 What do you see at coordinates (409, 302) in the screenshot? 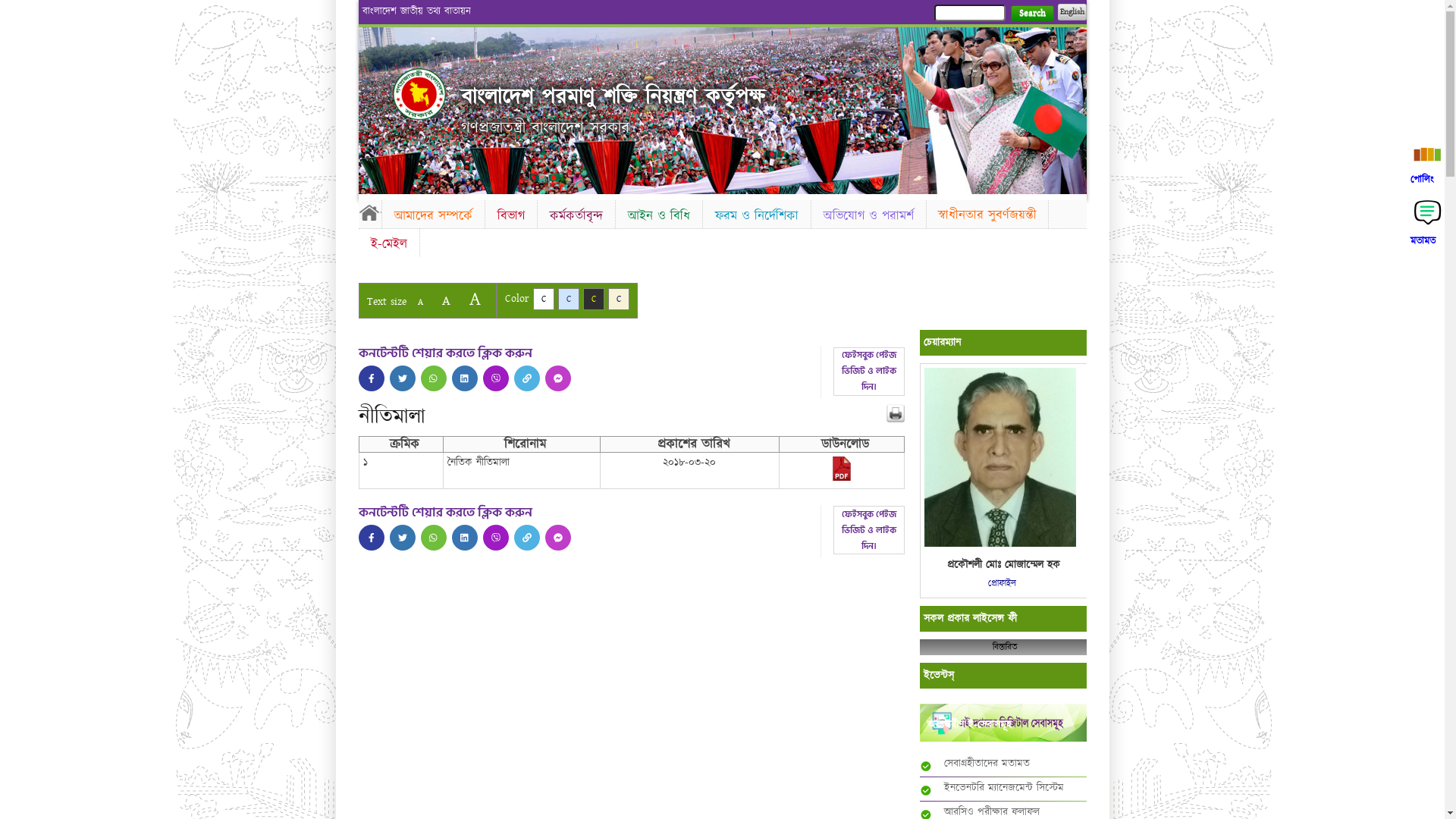
I see `'A'` at bounding box center [409, 302].